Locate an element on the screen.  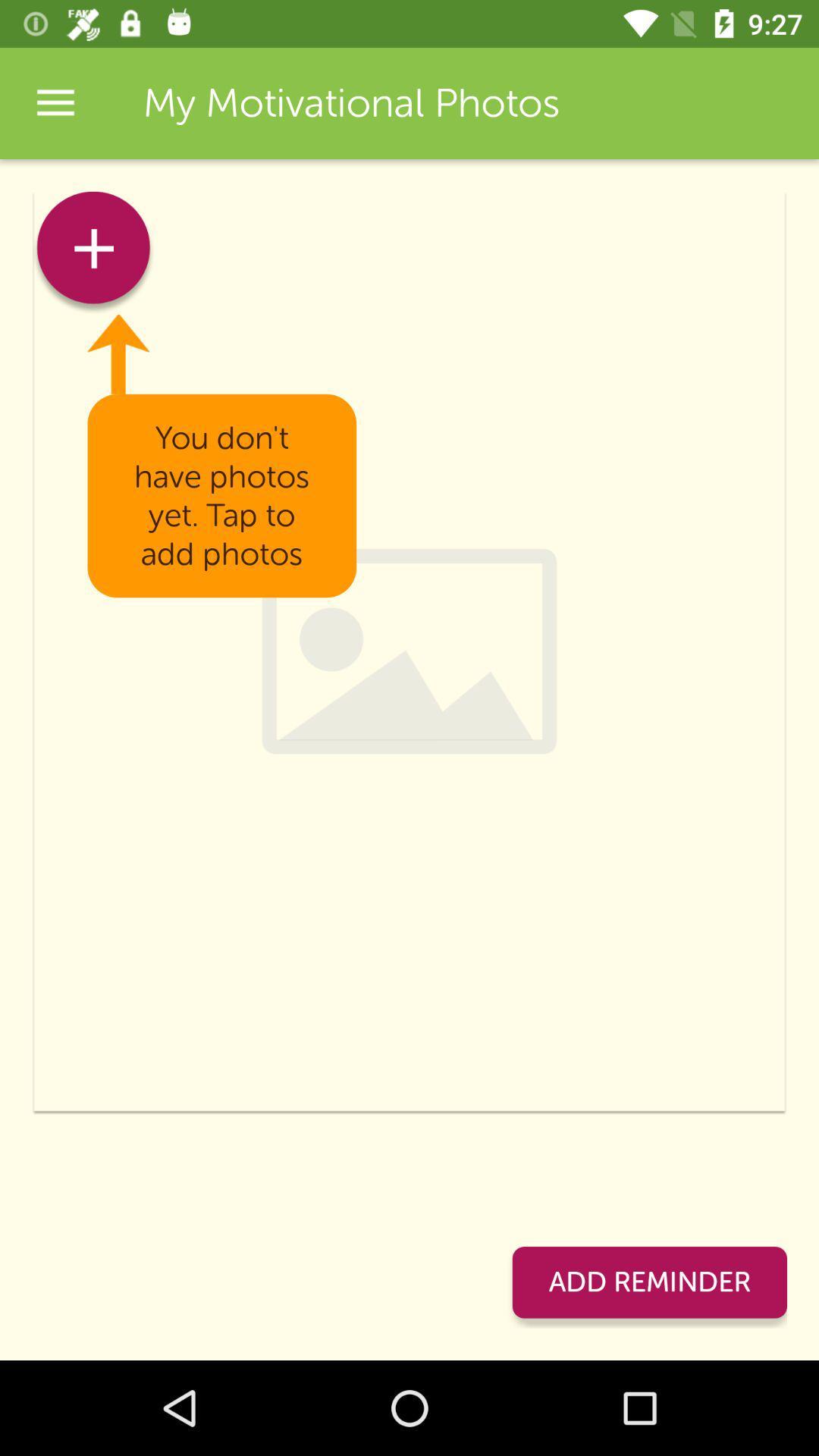
add reminder item is located at coordinates (648, 1282).